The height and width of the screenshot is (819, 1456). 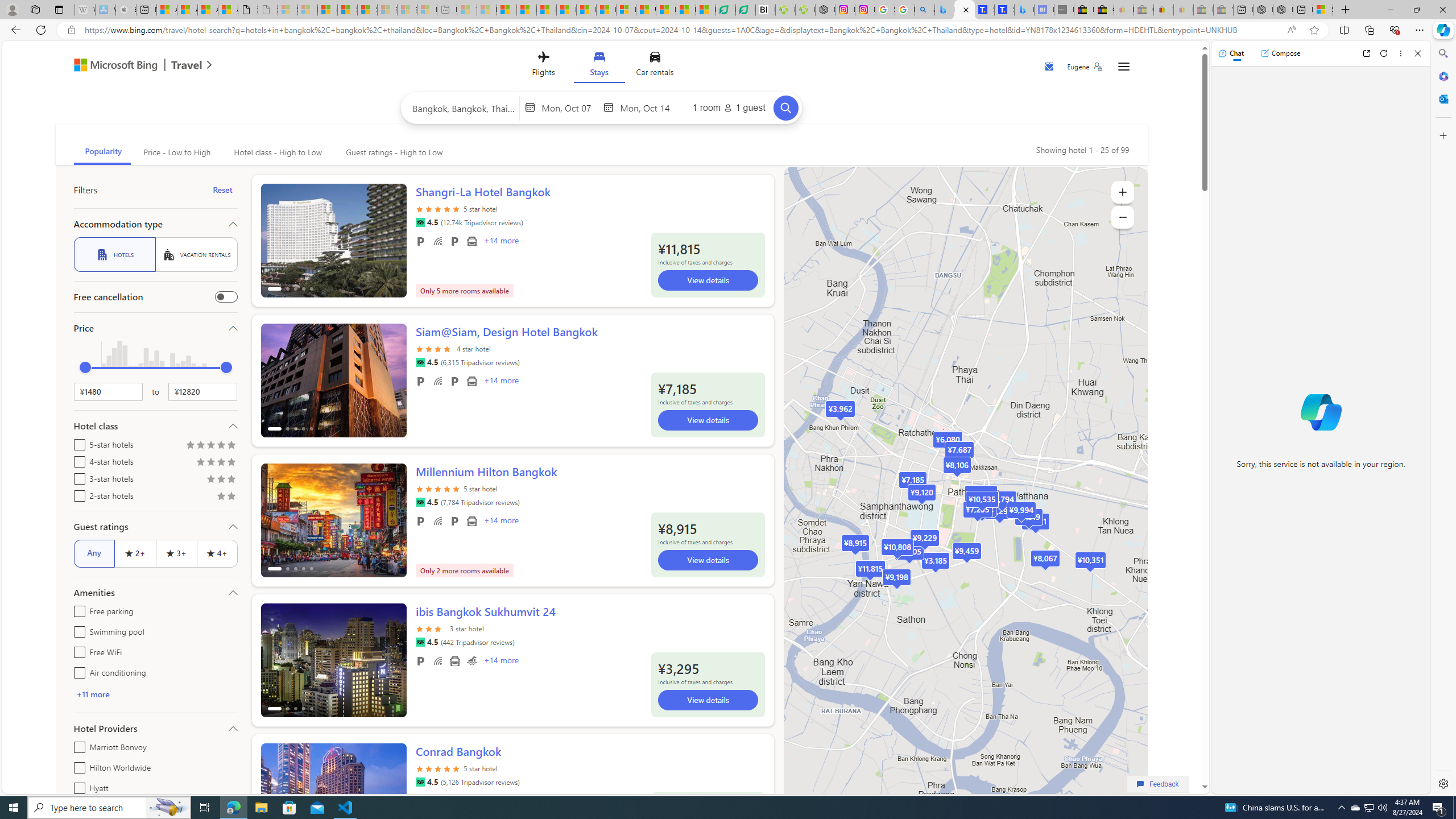 I want to click on 'Travel', so click(x=186, y=65).